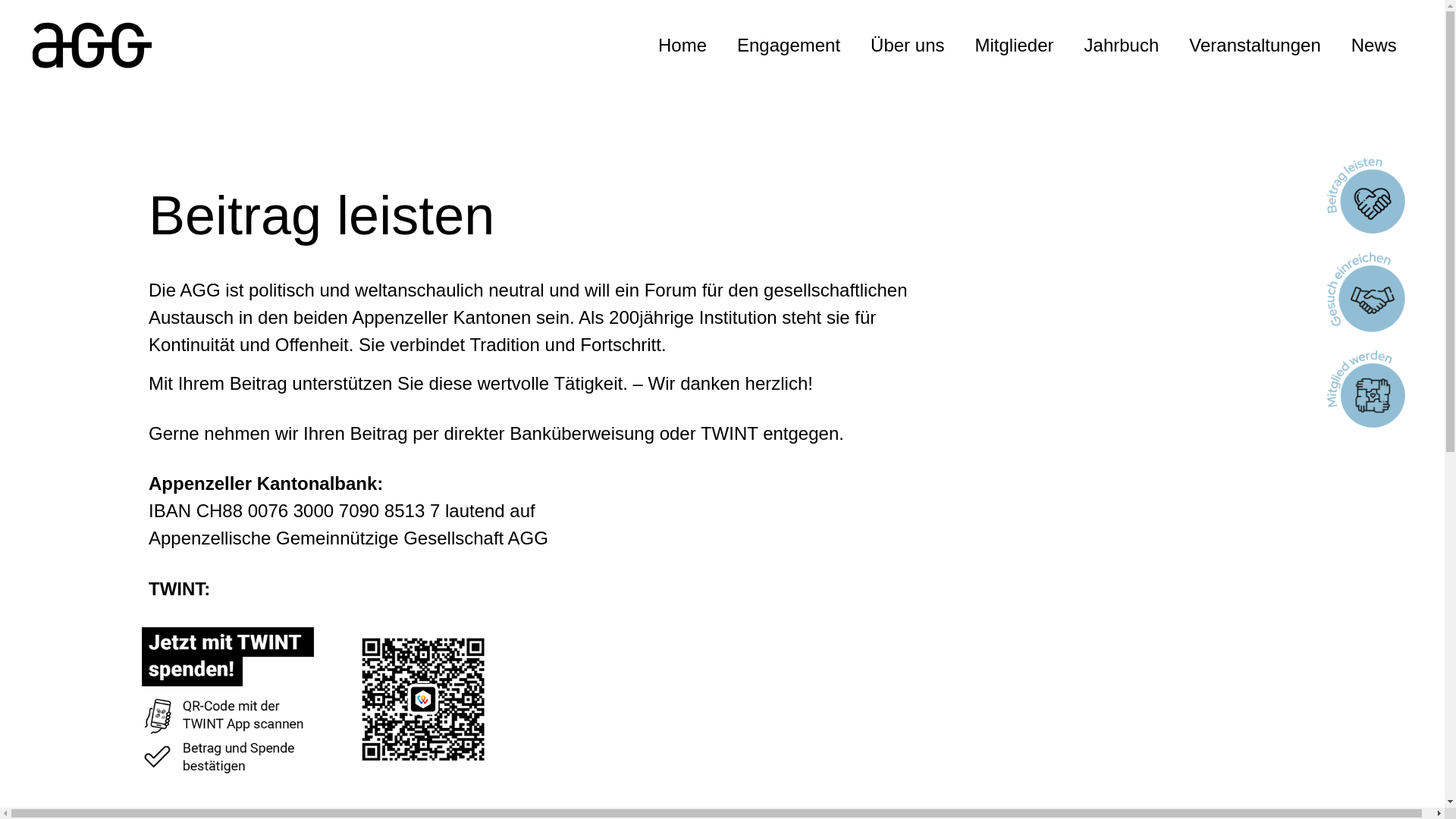  I want to click on 'Veranstaltungen', so click(1254, 45).